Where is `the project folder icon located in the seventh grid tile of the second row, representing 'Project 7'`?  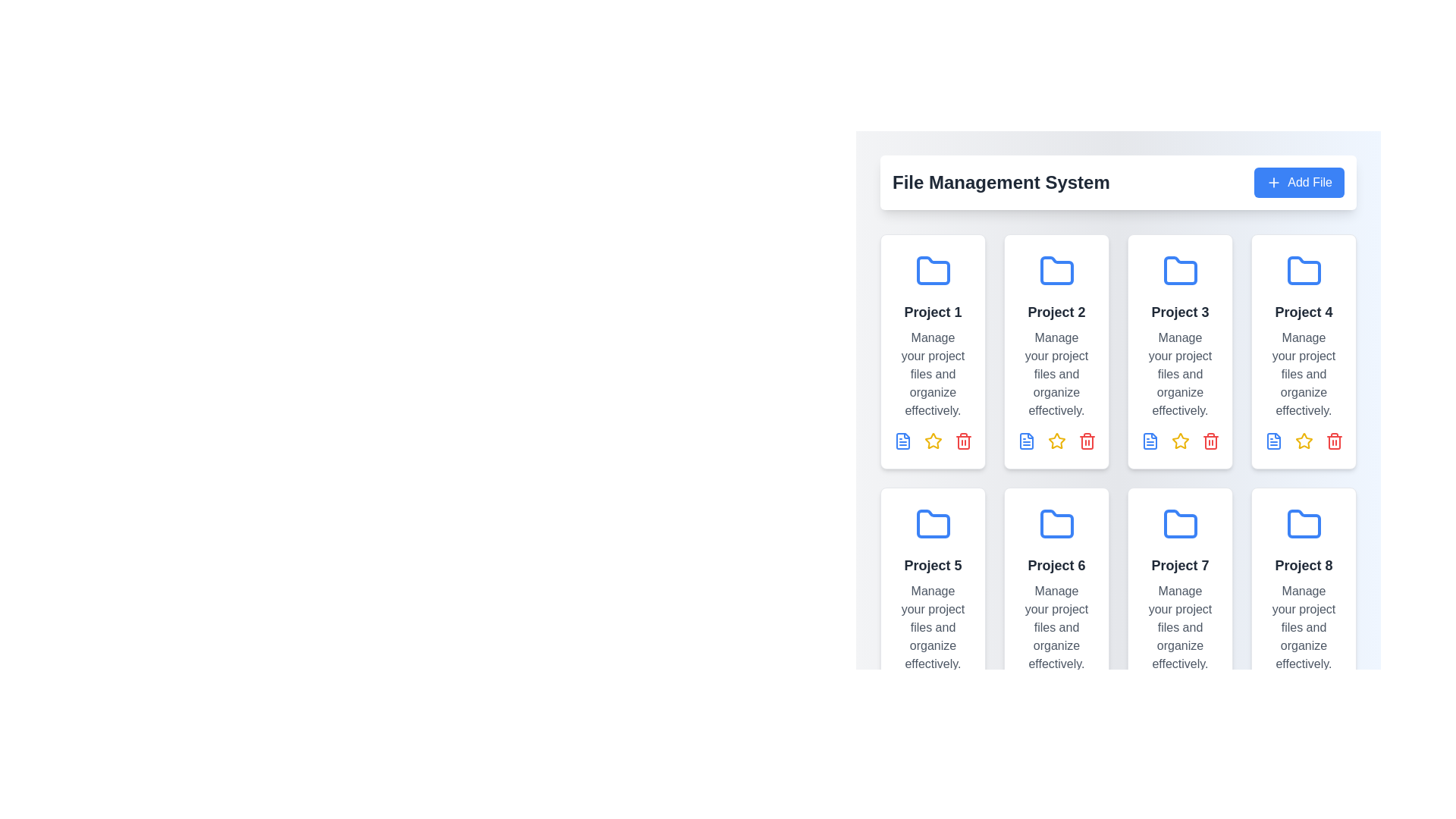 the project folder icon located in the seventh grid tile of the second row, representing 'Project 7' is located at coordinates (1179, 522).